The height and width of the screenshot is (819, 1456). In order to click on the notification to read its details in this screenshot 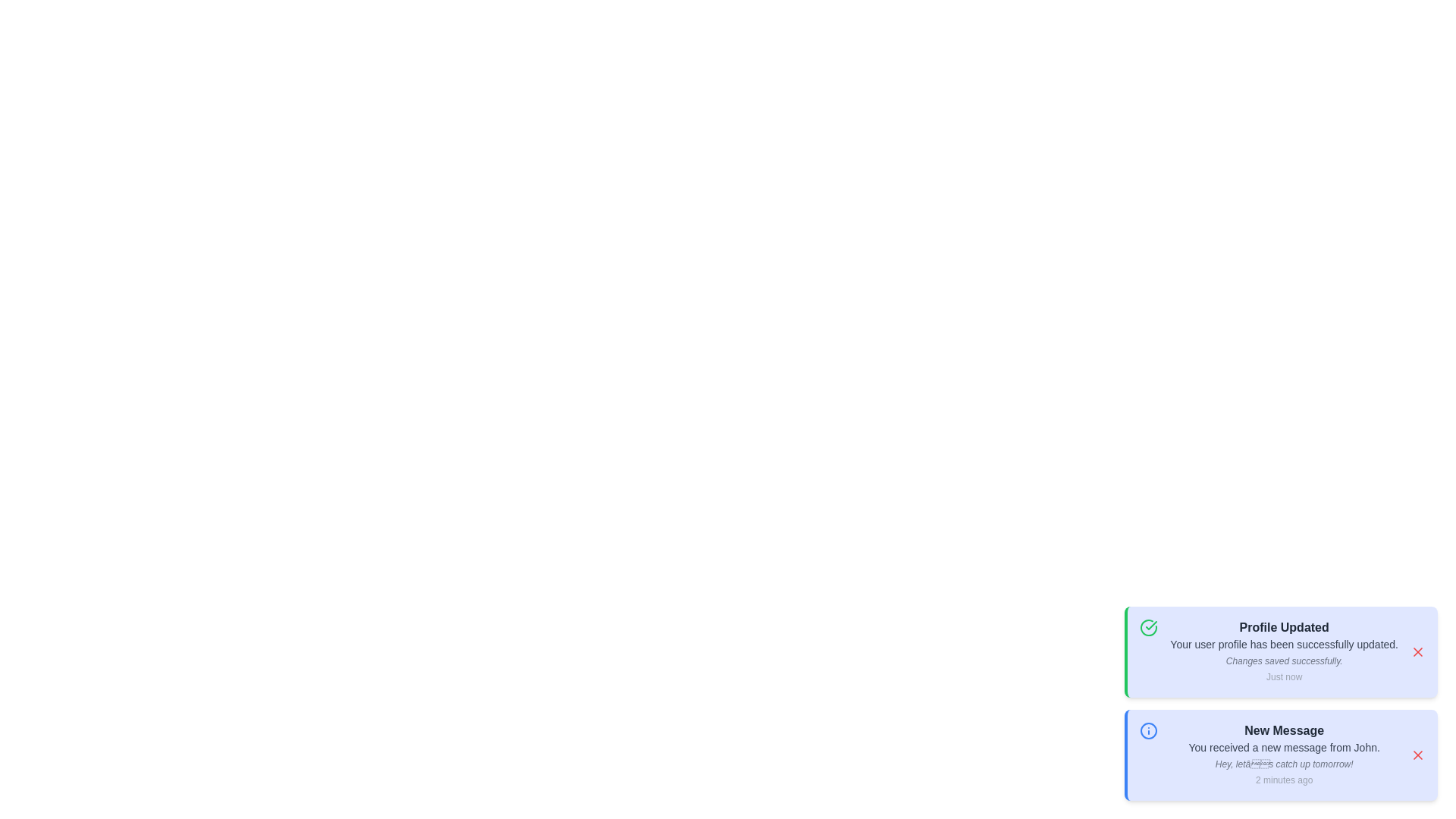, I will do `click(1280, 651)`.